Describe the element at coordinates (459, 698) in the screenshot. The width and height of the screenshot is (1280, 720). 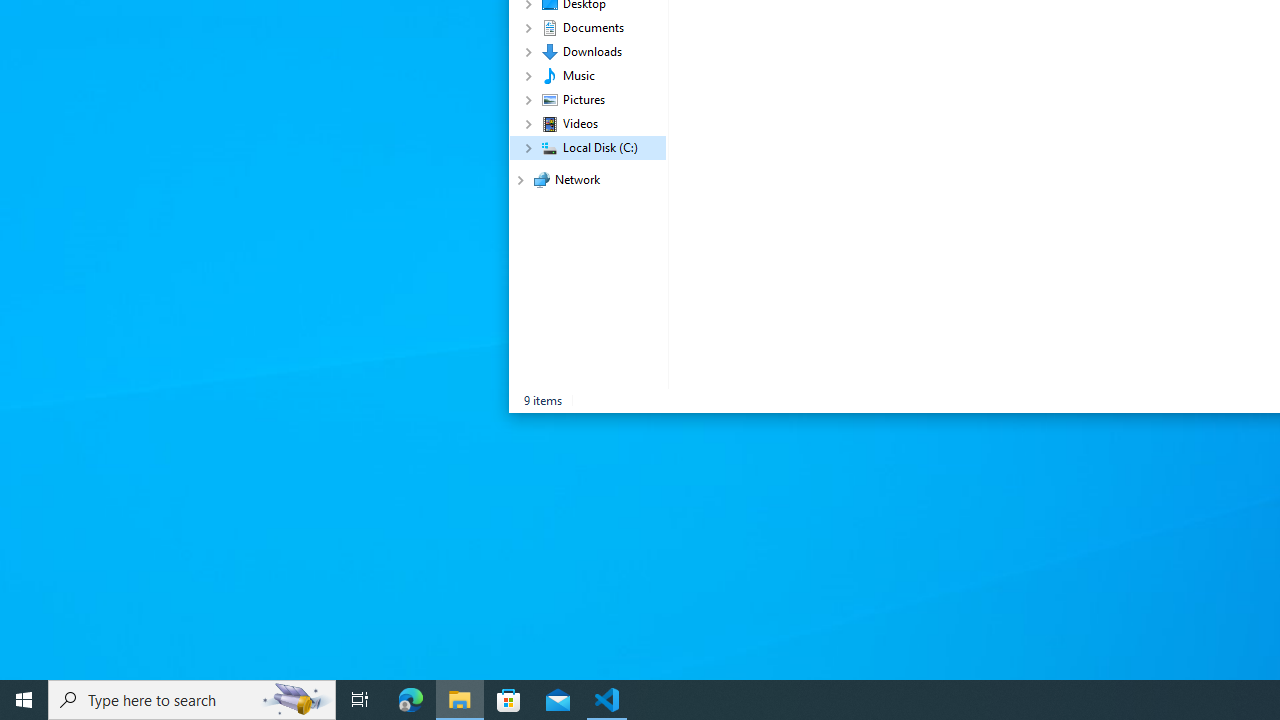
I see `'File Explorer - 1 running window'` at that location.